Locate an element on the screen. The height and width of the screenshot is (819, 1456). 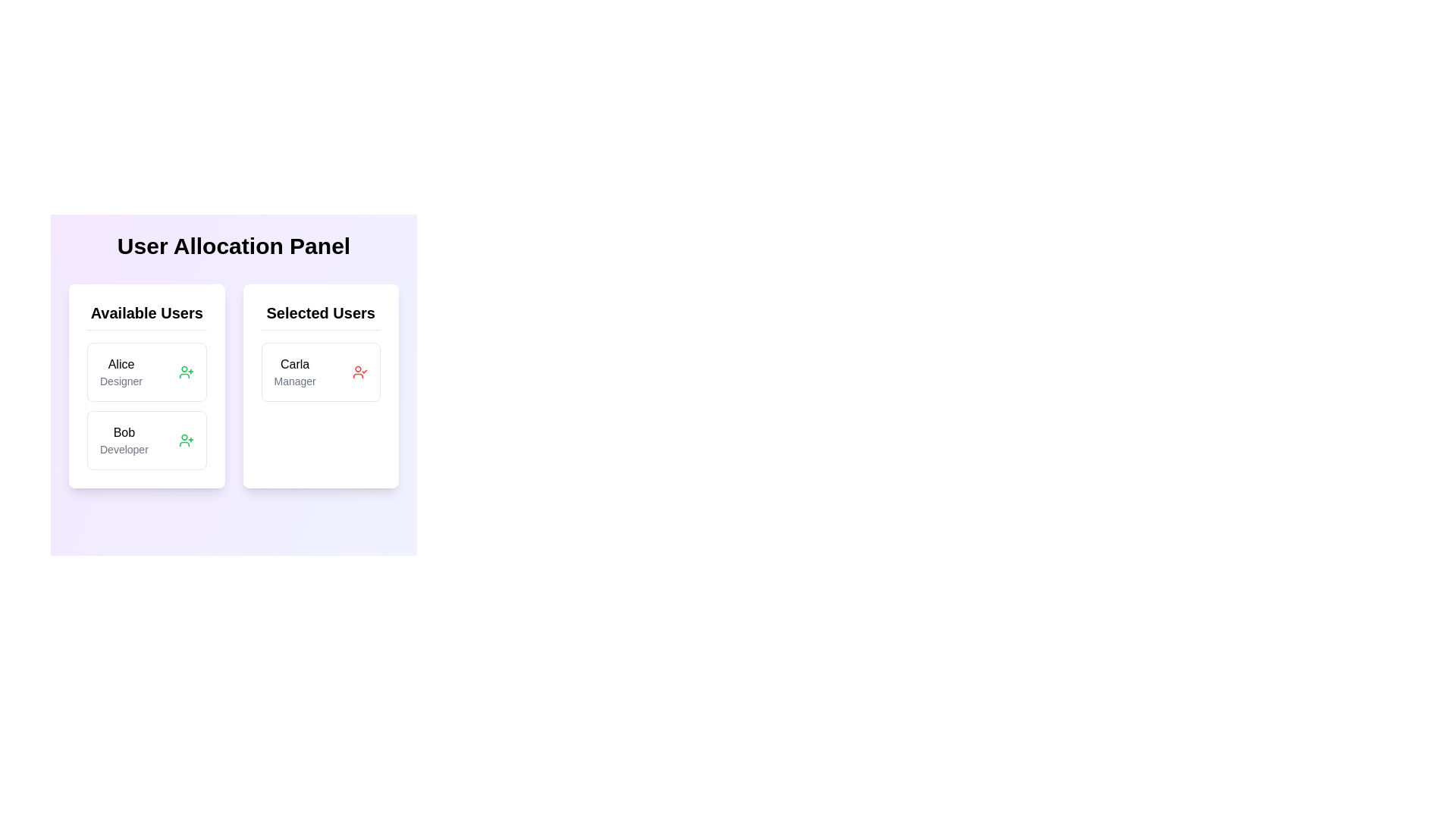
the text label that provides additional role information about 'Bob', specifying their designation as 'Developer', located below the bold text 'Bob' in the second card under the 'Available Users' panel is located at coordinates (124, 449).